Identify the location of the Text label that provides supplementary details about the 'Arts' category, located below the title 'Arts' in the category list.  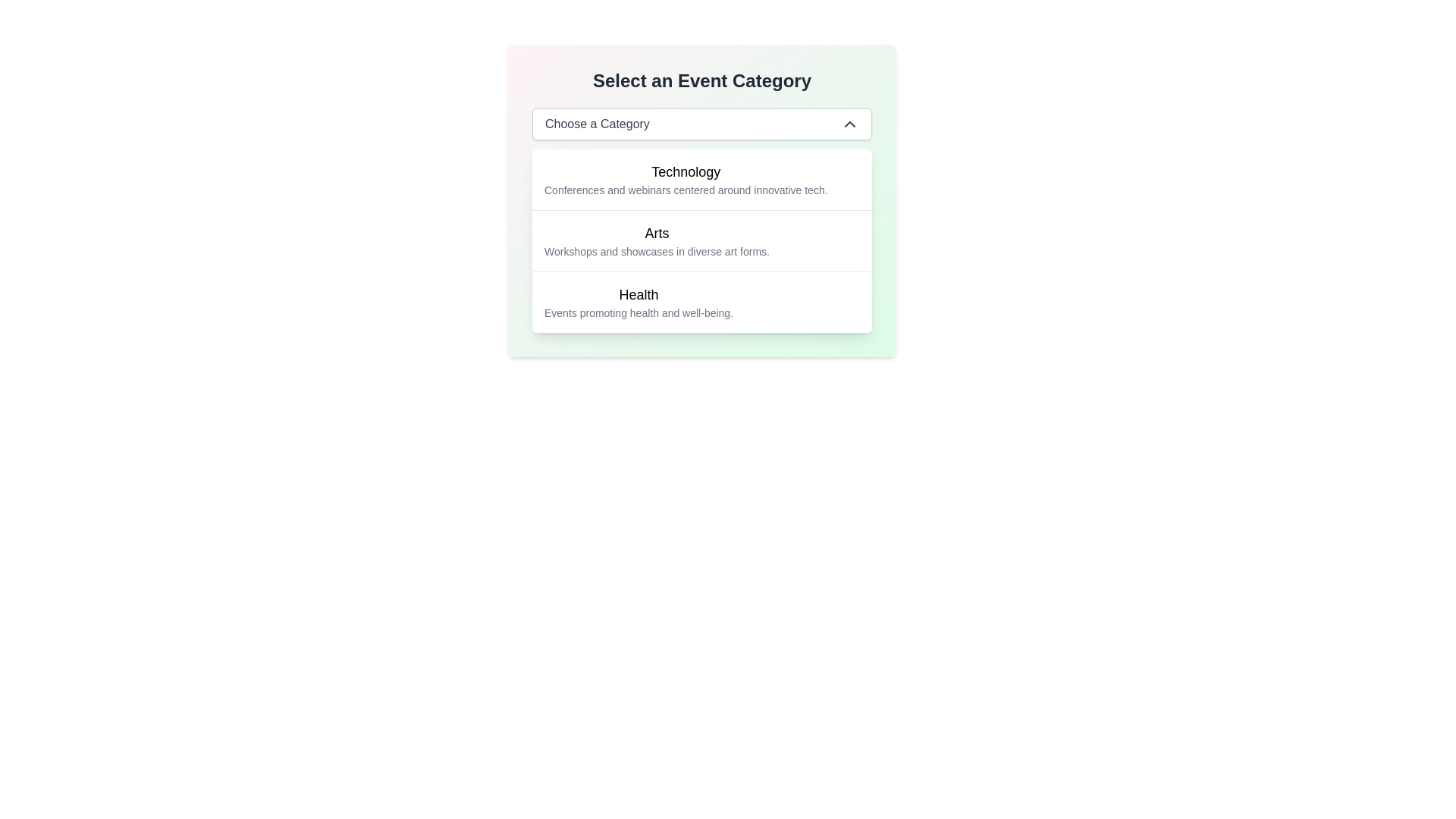
(657, 250).